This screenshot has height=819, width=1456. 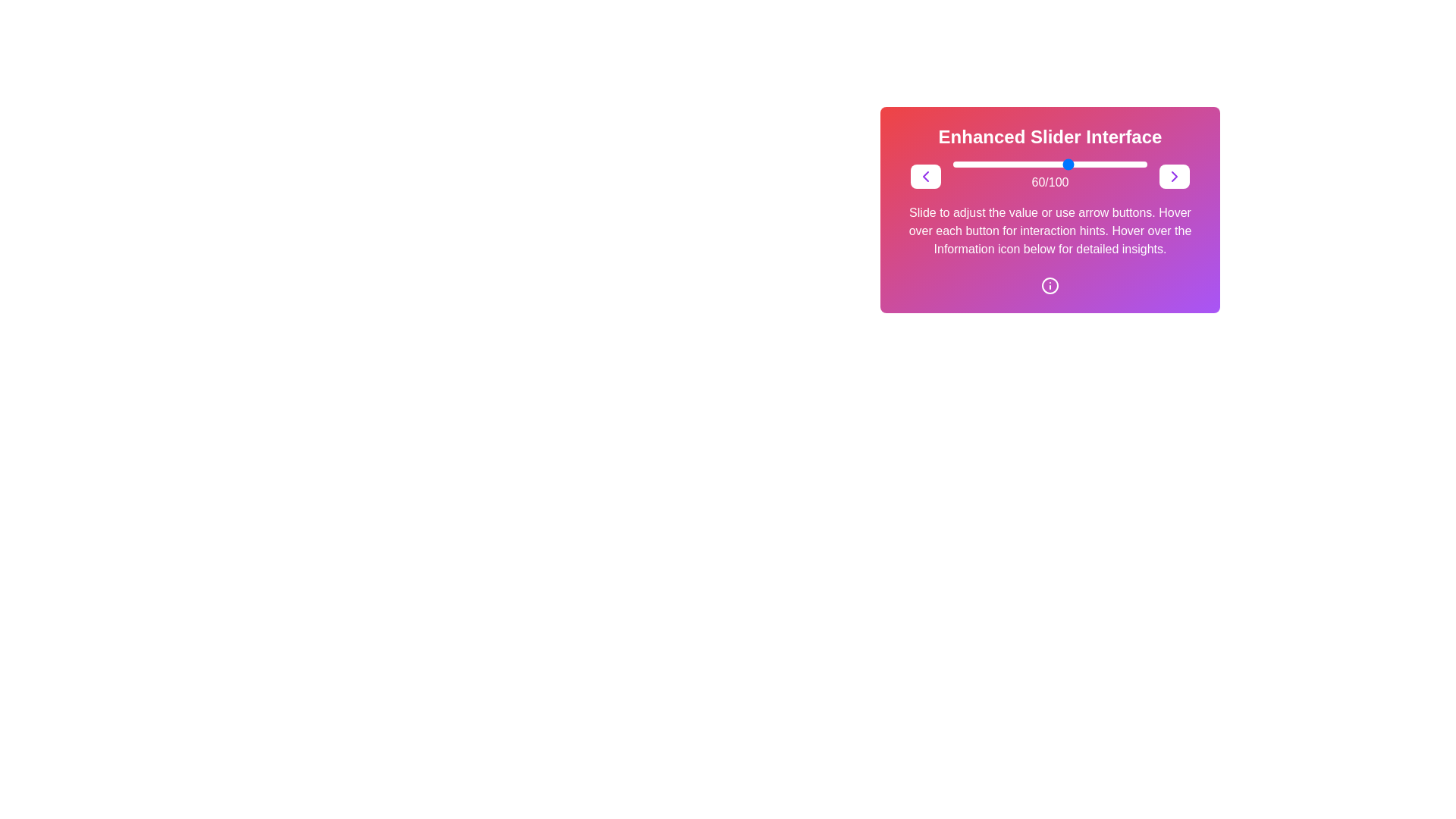 I want to click on the slider, so click(x=978, y=164).